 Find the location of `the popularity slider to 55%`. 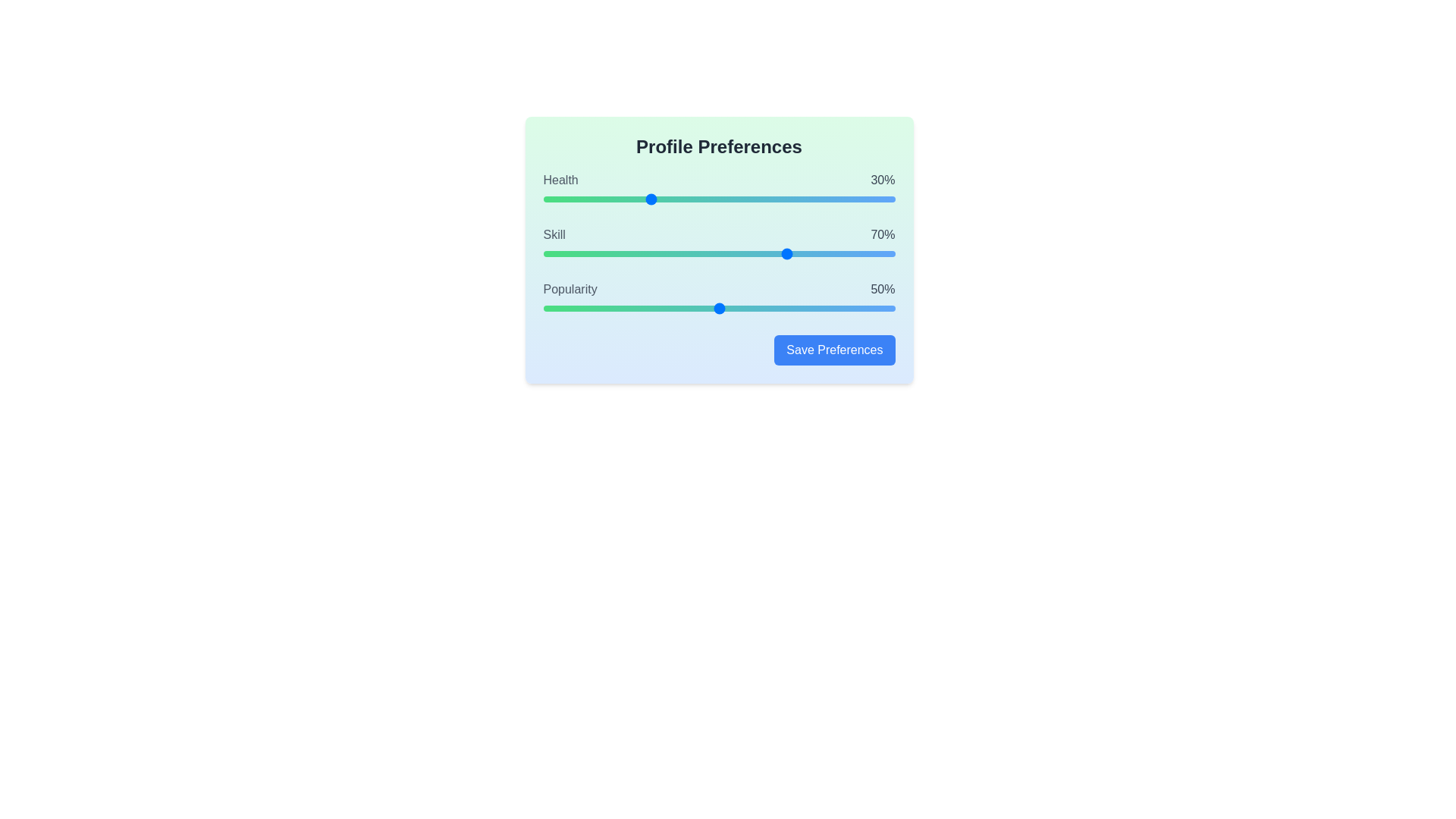

the popularity slider to 55% is located at coordinates (736, 308).